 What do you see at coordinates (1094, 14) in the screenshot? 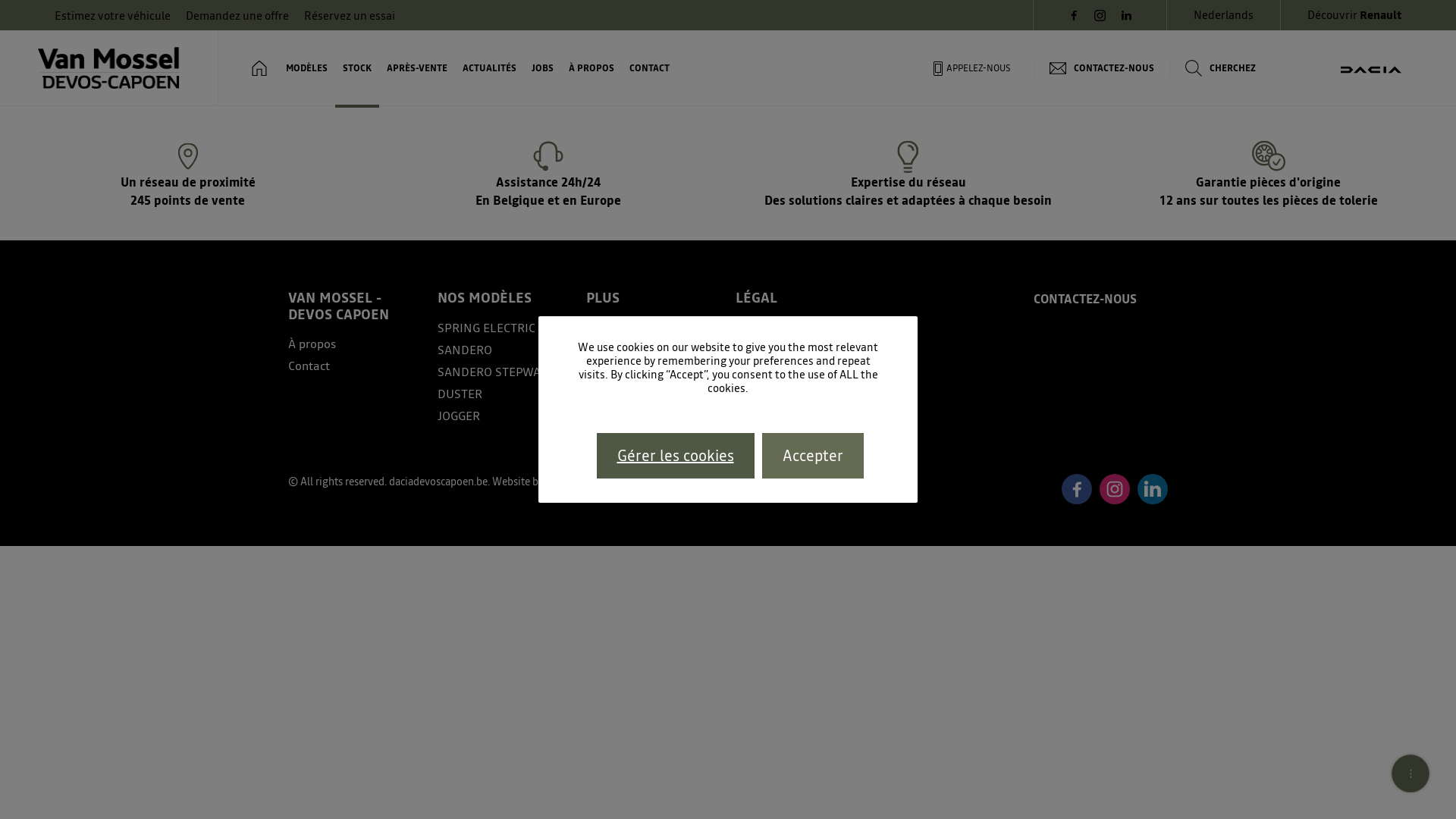
I see `'Instagram'` at bounding box center [1094, 14].